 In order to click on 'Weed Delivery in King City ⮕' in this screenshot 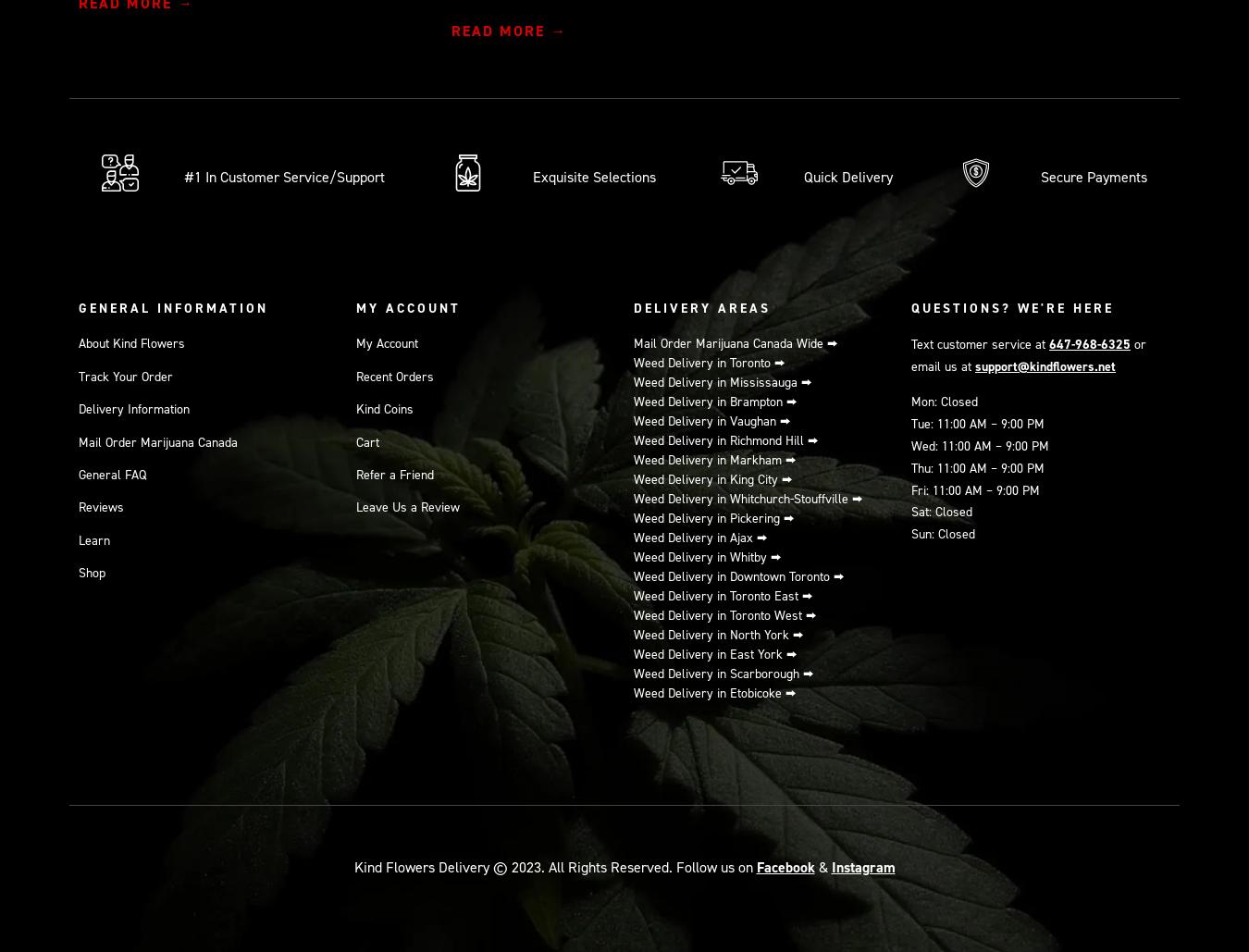, I will do `click(711, 478)`.